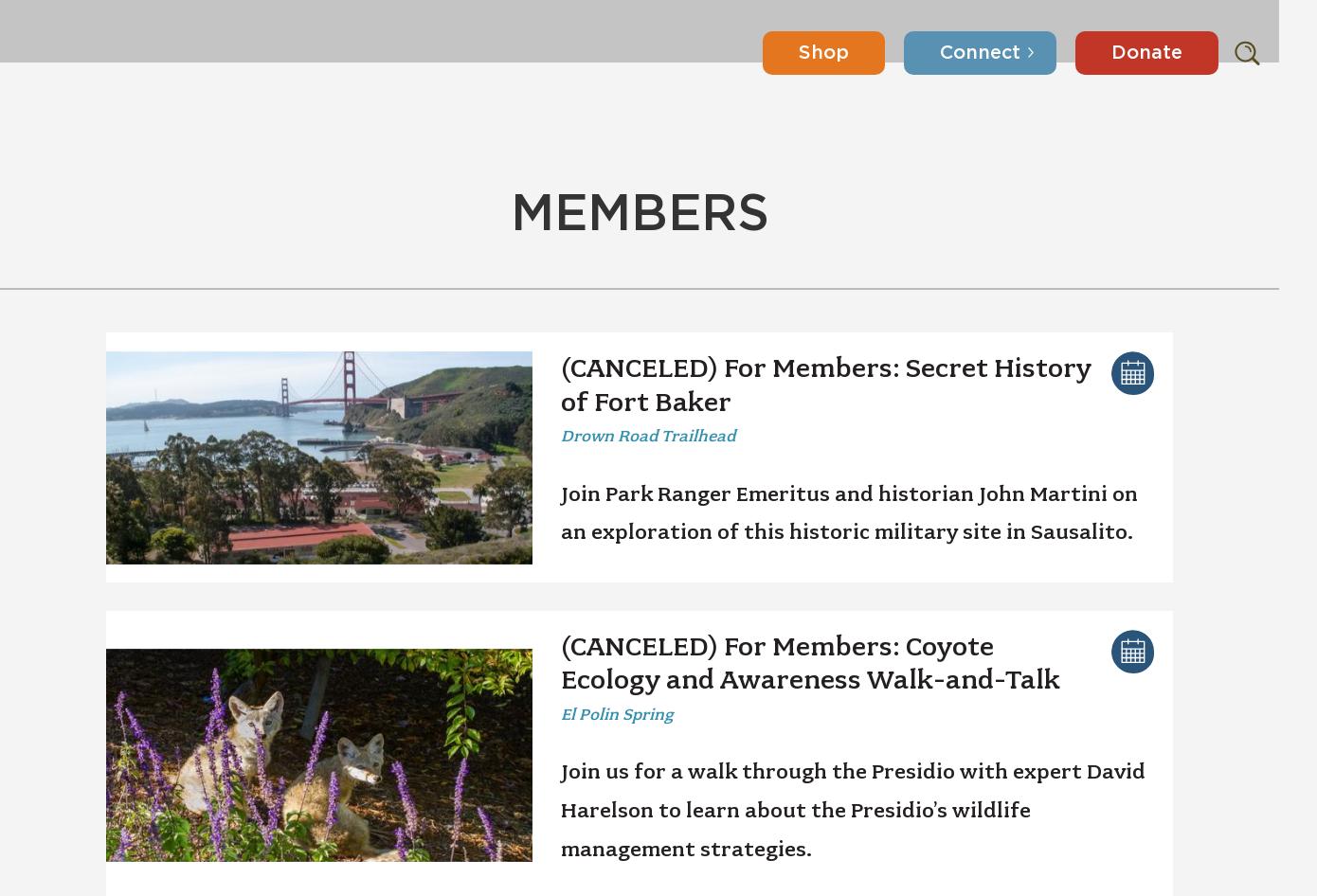 Image resolution: width=1317 pixels, height=896 pixels. I want to click on 'Volunteer', so click(513, 29).